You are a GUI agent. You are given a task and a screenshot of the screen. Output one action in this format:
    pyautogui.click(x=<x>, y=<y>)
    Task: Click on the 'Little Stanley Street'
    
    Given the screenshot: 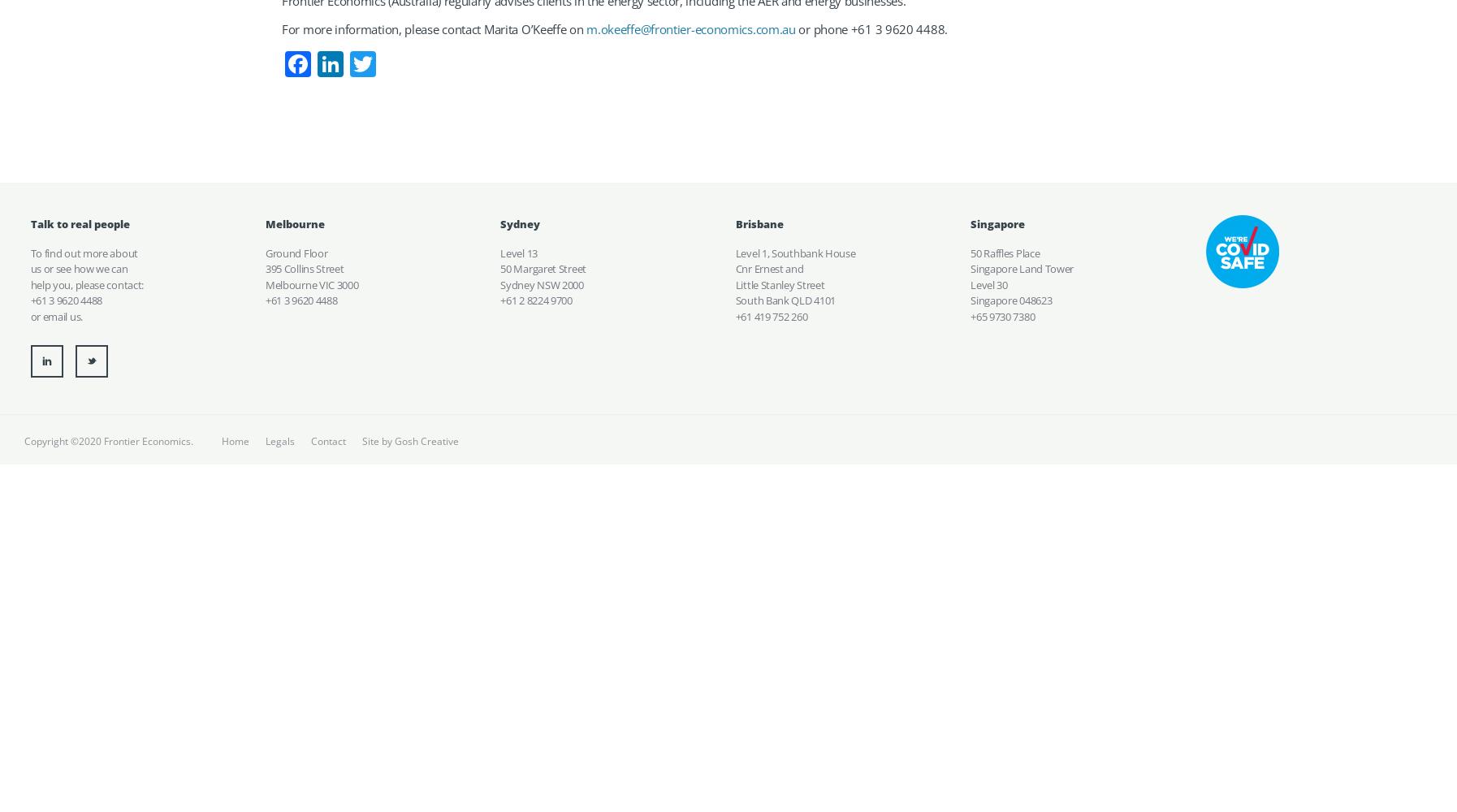 What is the action you would take?
    pyautogui.click(x=778, y=283)
    